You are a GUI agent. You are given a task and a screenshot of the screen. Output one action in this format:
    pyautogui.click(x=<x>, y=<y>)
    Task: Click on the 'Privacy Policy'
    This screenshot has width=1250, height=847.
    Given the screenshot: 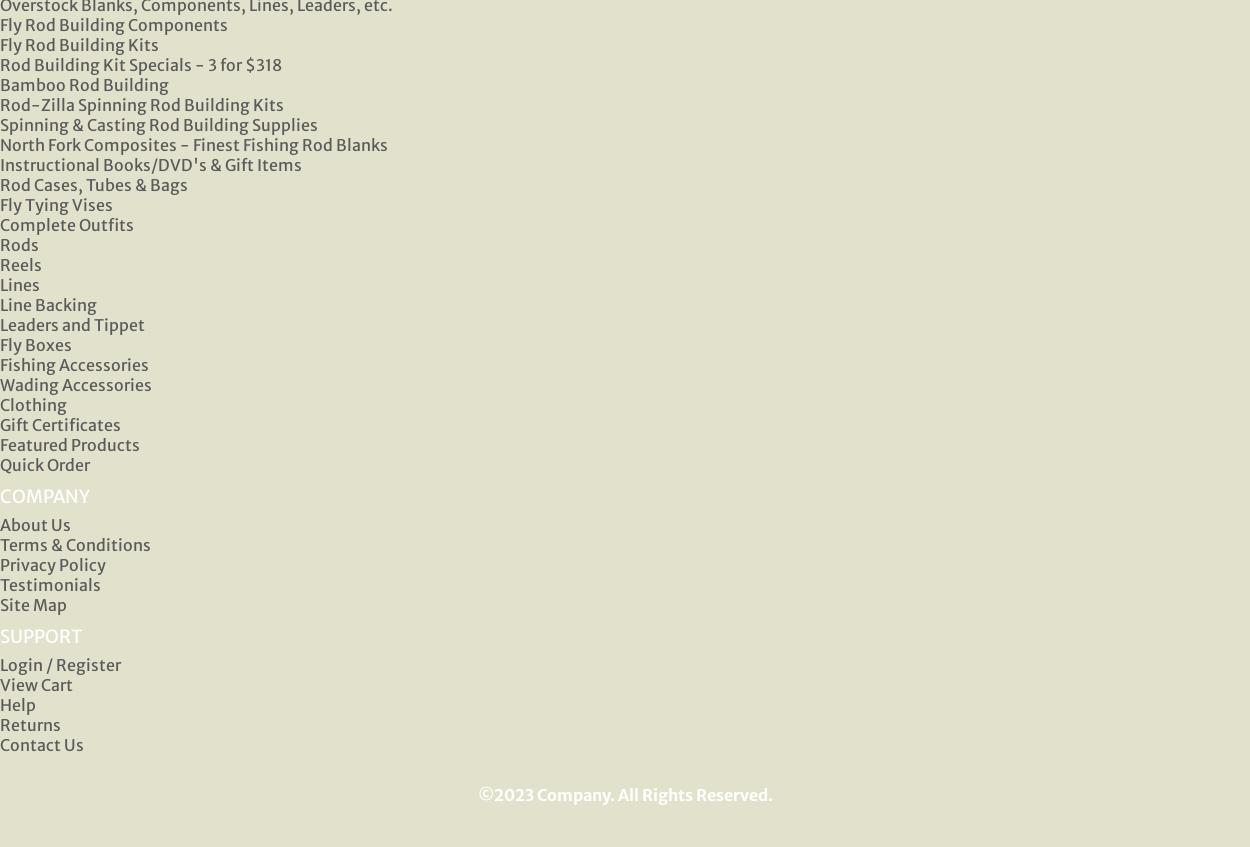 What is the action you would take?
    pyautogui.click(x=0, y=565)
    